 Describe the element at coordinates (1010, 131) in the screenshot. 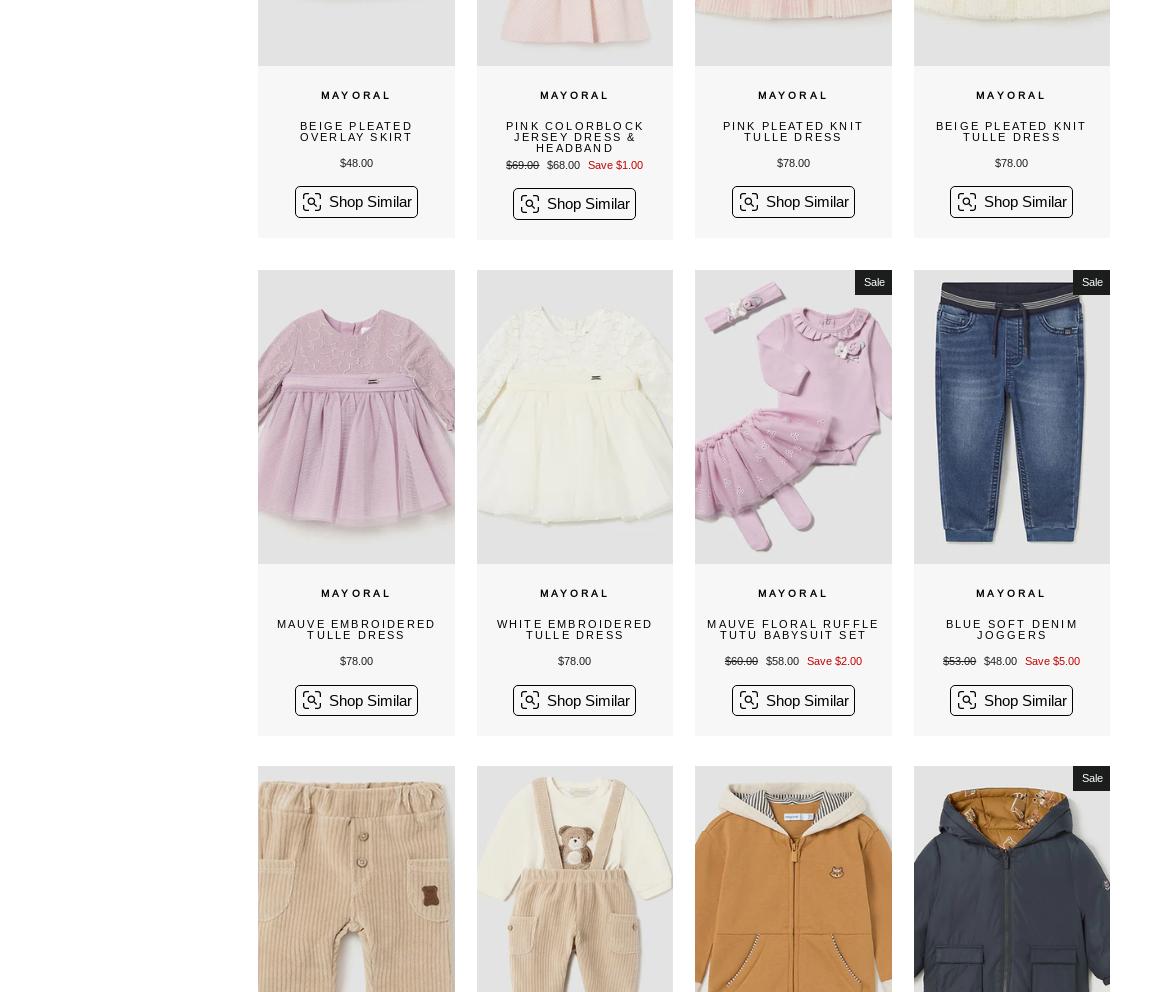

I see `'Beige Pleated Knit Tulle Dress'` at that location.